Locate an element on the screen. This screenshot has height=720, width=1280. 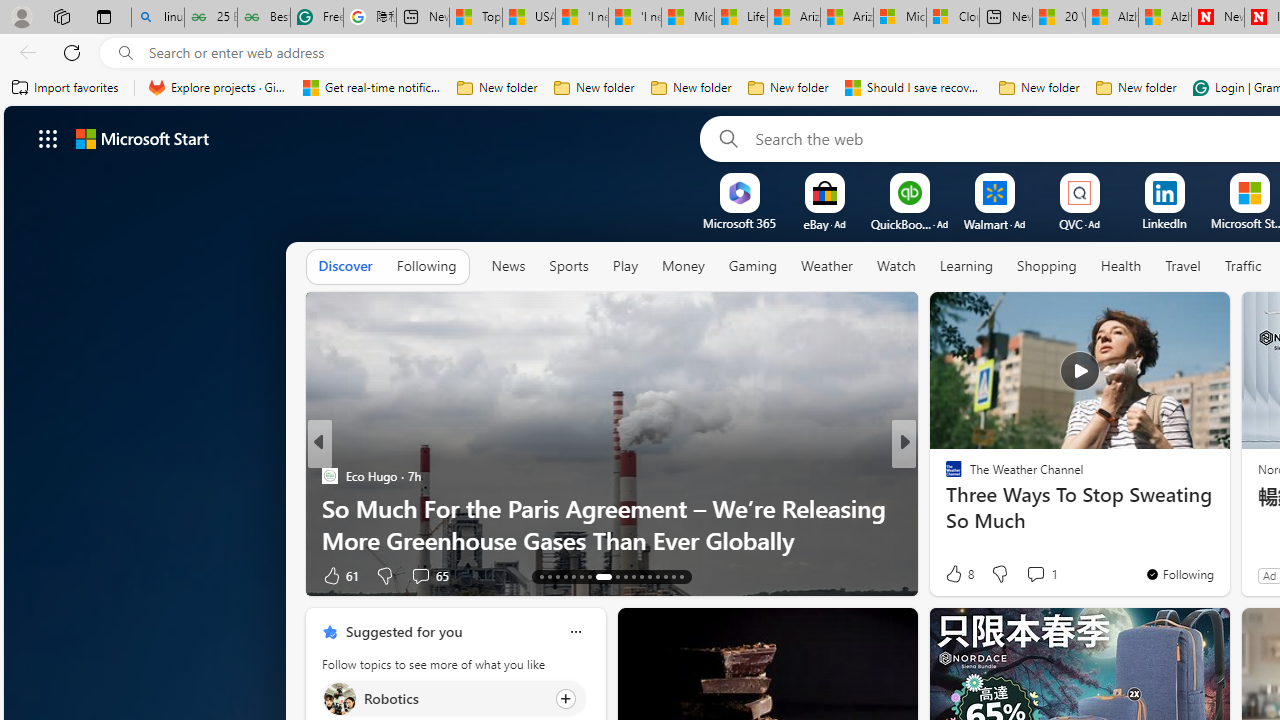
'AutomationID: tab-29' is located at coordinates (681, 577).